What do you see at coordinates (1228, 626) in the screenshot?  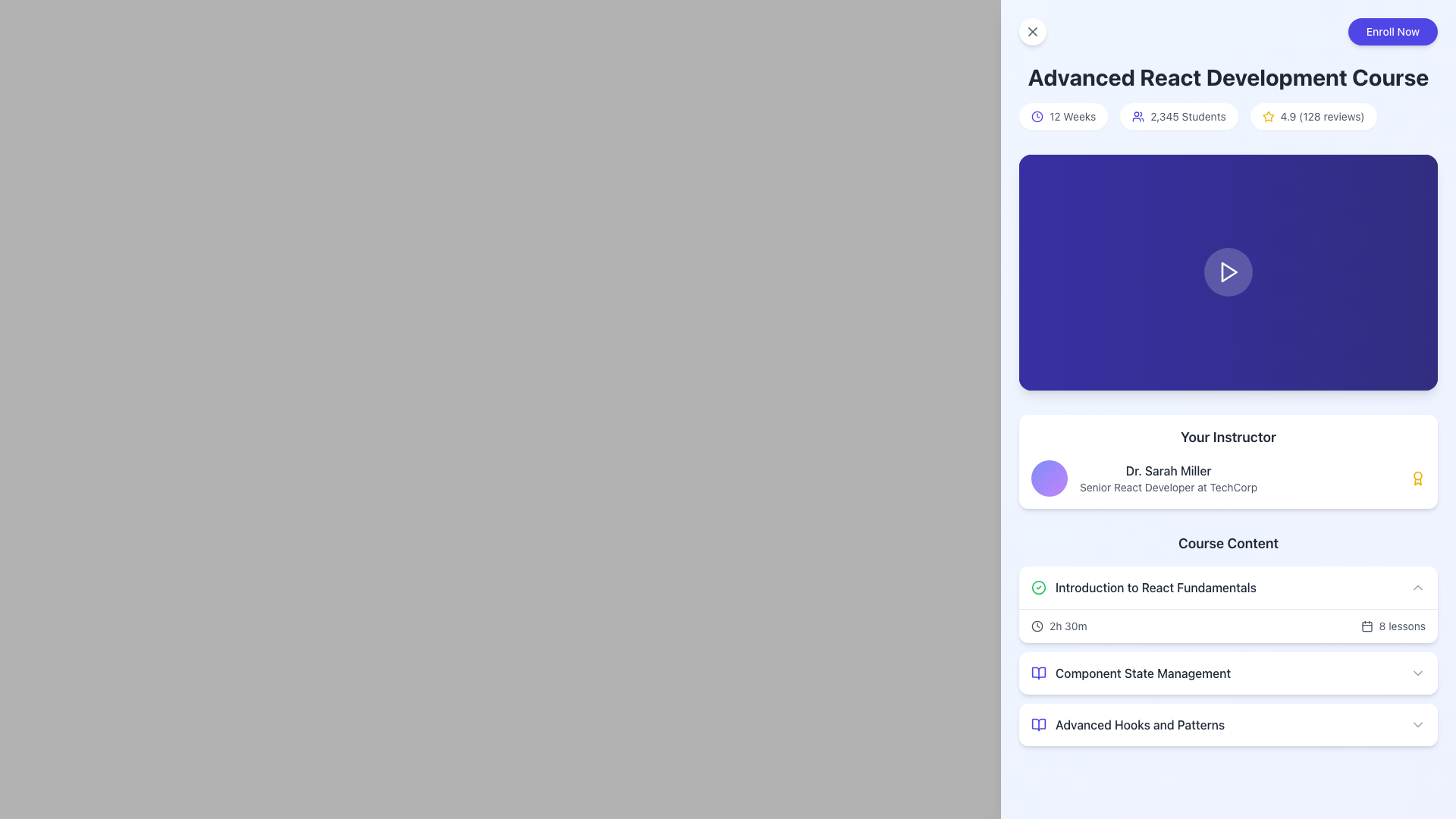 I see `information displayed in the Information Display section under the 'Introduction to React Fundamentals', which shows the duration and number of lessons` at bounding box center [1228, 626].